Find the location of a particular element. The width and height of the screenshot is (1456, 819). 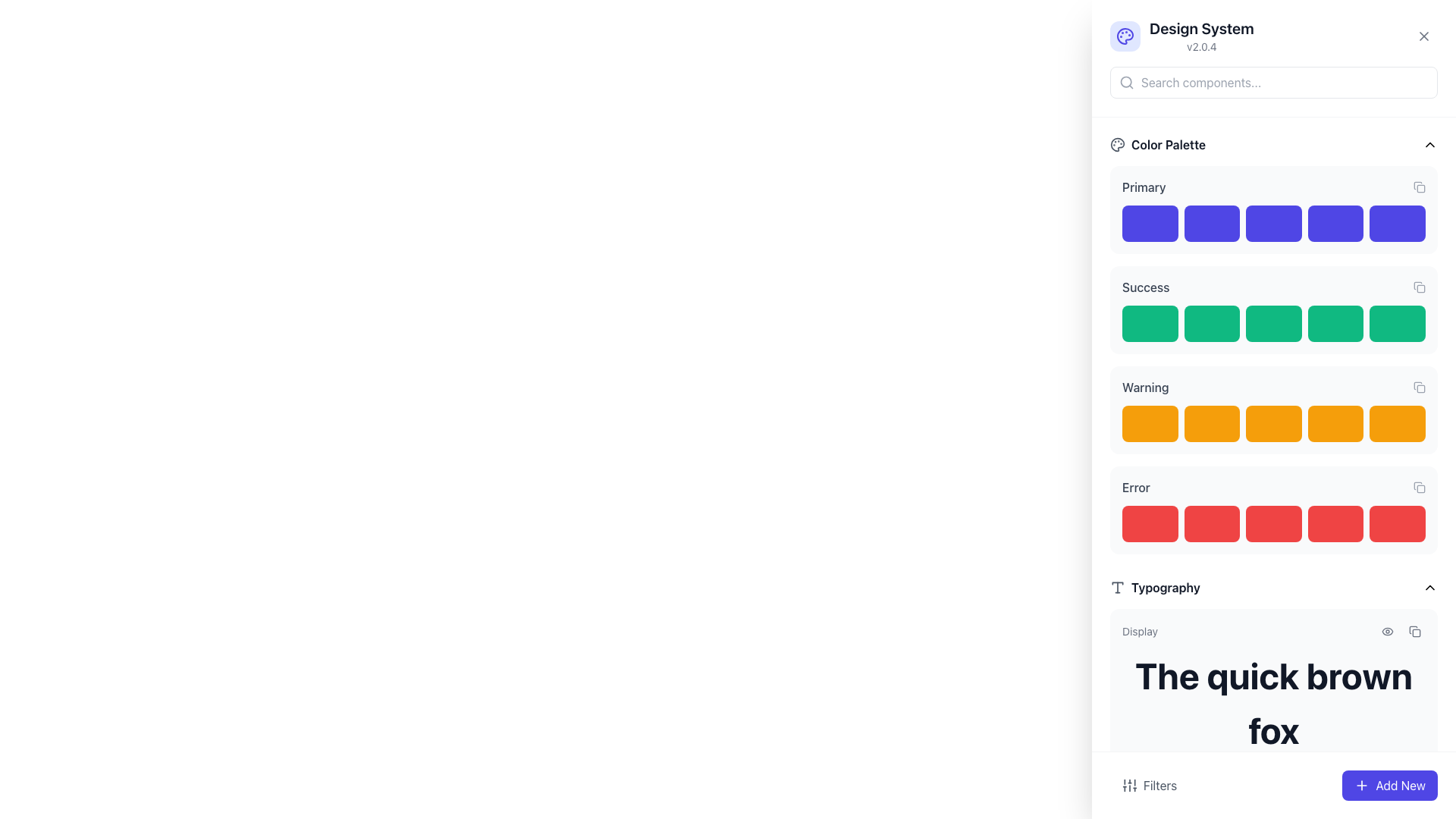

the third blue color swatch in the 'Primary' section of the 'Color Palette' group for potential interaction is located at coordinates (1273, 223).